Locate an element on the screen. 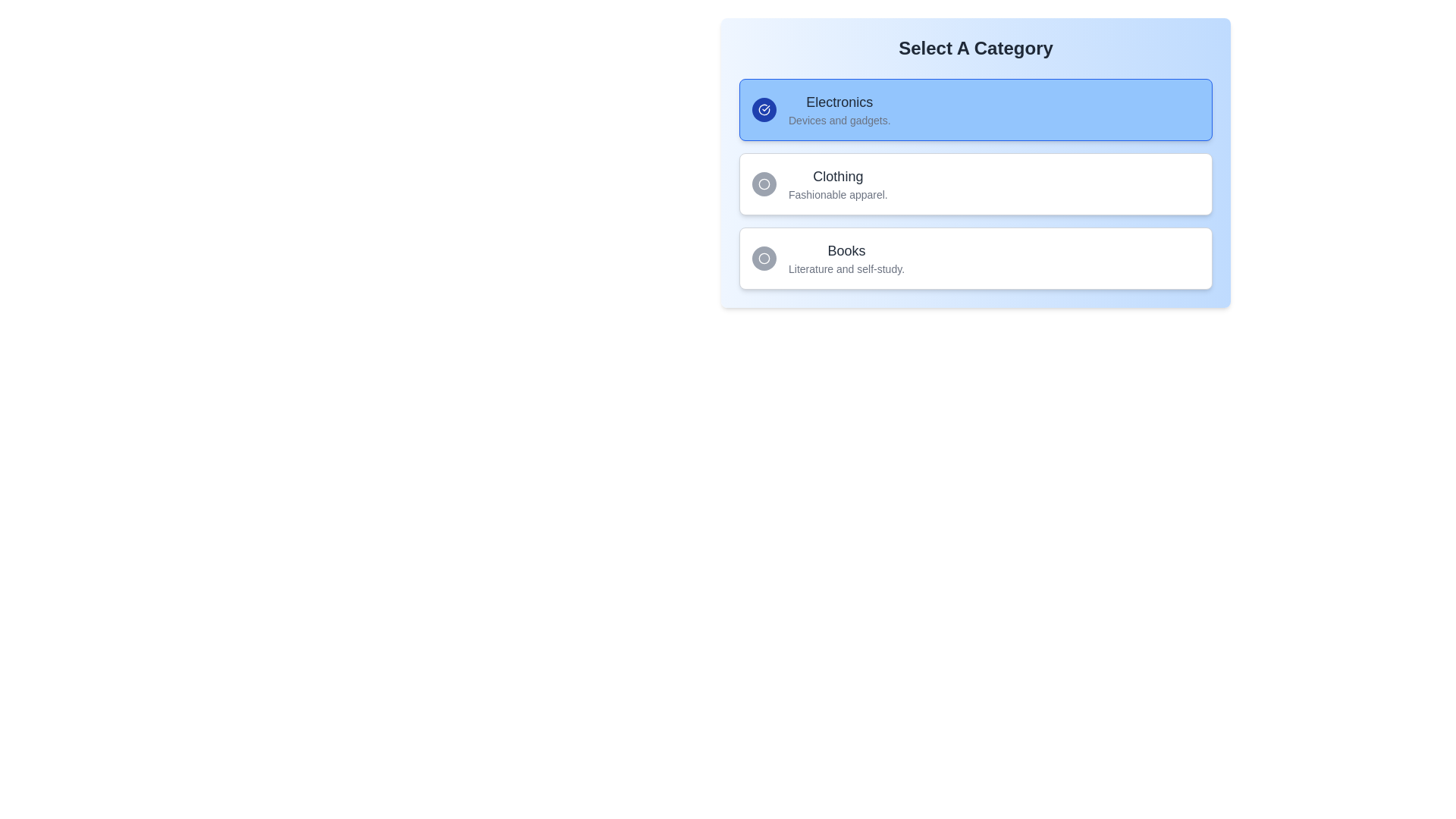 The width and height of the screenshot is (1456, 819). the icon representing the 'Clothing' category is located at coordinates (764, 184).